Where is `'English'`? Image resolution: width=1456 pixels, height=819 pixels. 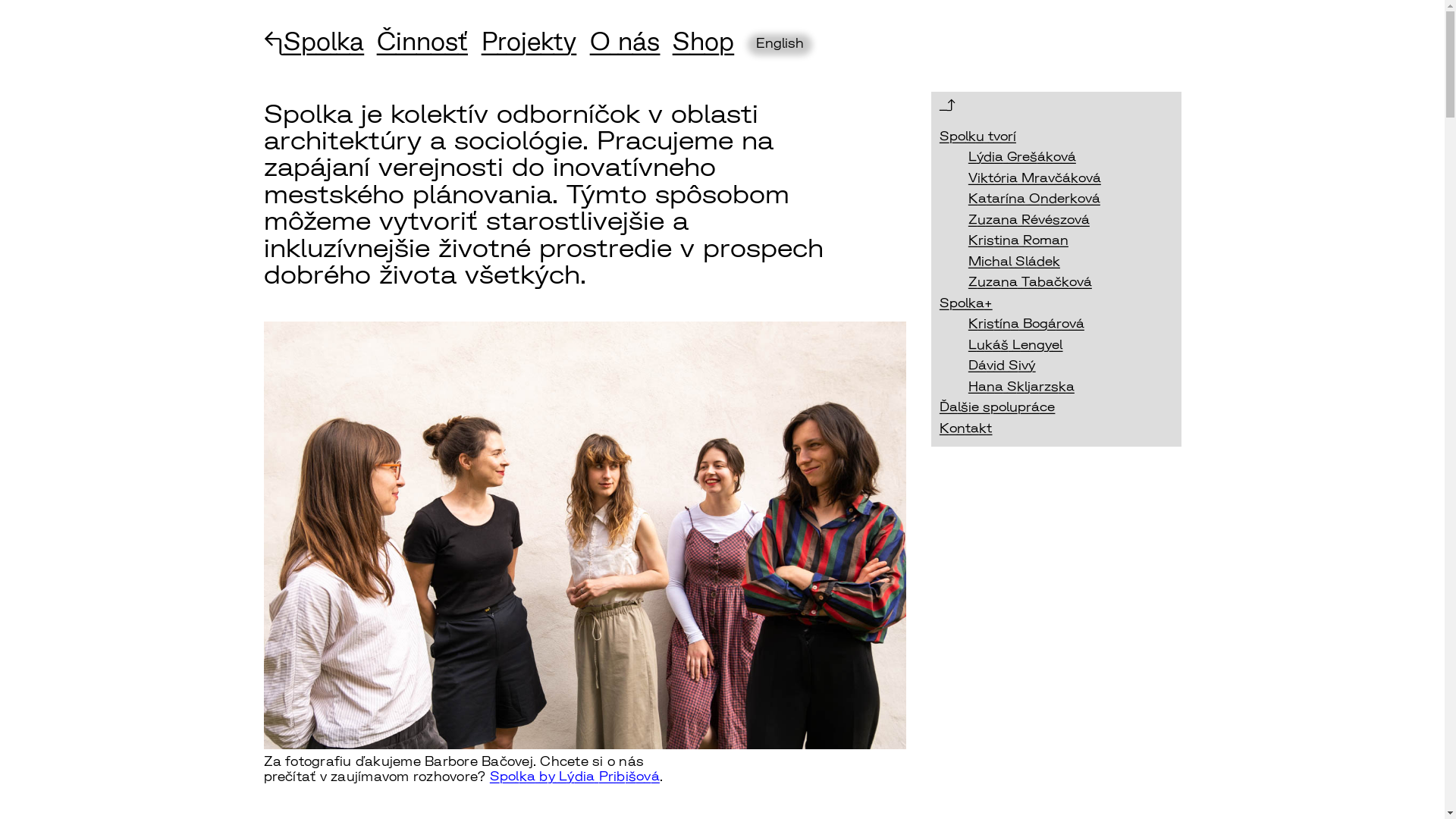
'English' is located at coordinates (780, 44).